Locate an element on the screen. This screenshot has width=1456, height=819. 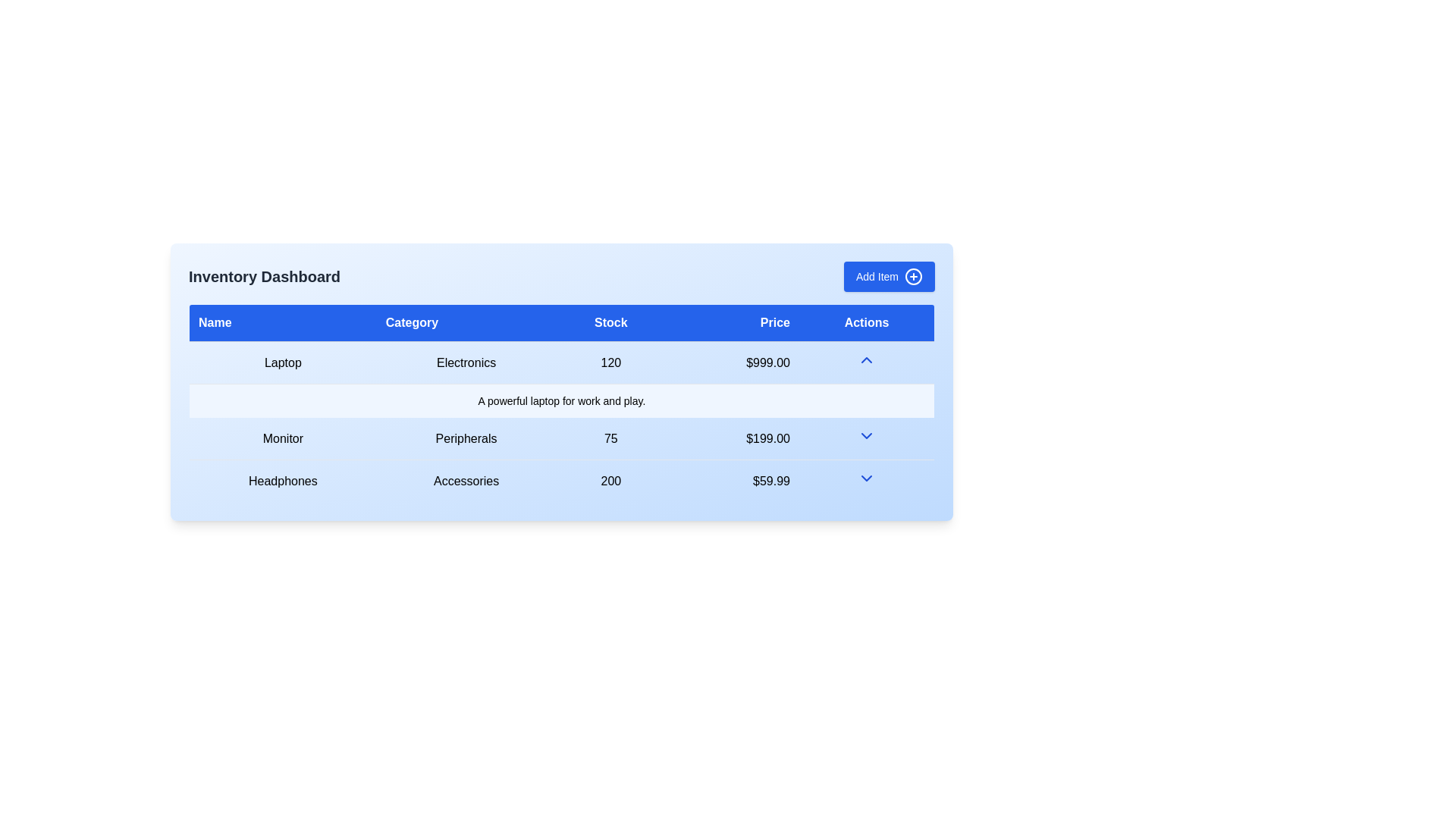
the circular plus icon embedded within the 'Add Item' button, located at the right edge of the button is located at coordinates (912, 277).